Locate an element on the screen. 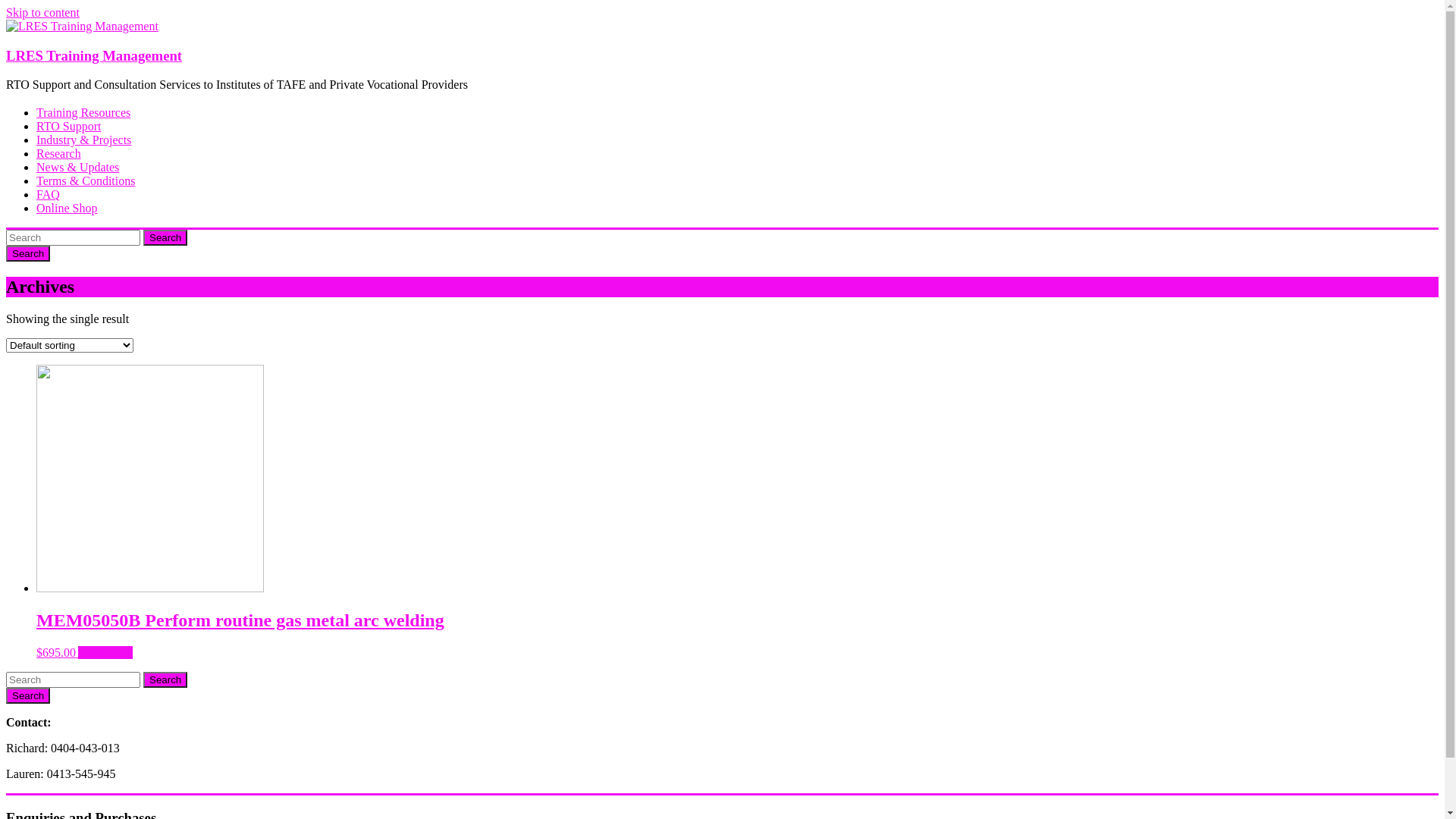 The height and width of the screenshot is (819, 1456). 'News & Updates' is located at coordinates (77, 167).